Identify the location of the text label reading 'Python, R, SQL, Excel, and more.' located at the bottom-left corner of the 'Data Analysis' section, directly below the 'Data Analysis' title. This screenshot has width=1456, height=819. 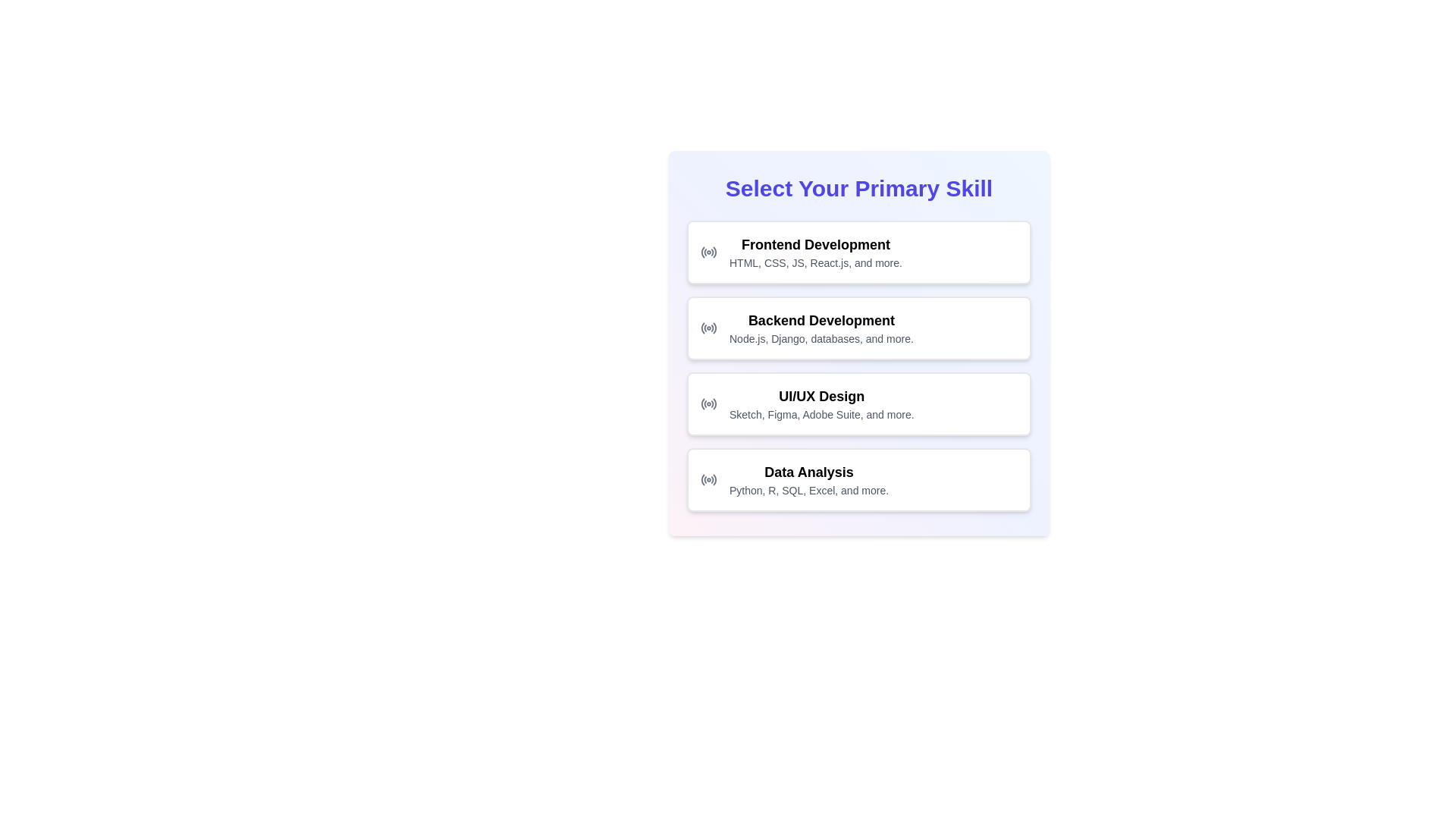
(808, 491).